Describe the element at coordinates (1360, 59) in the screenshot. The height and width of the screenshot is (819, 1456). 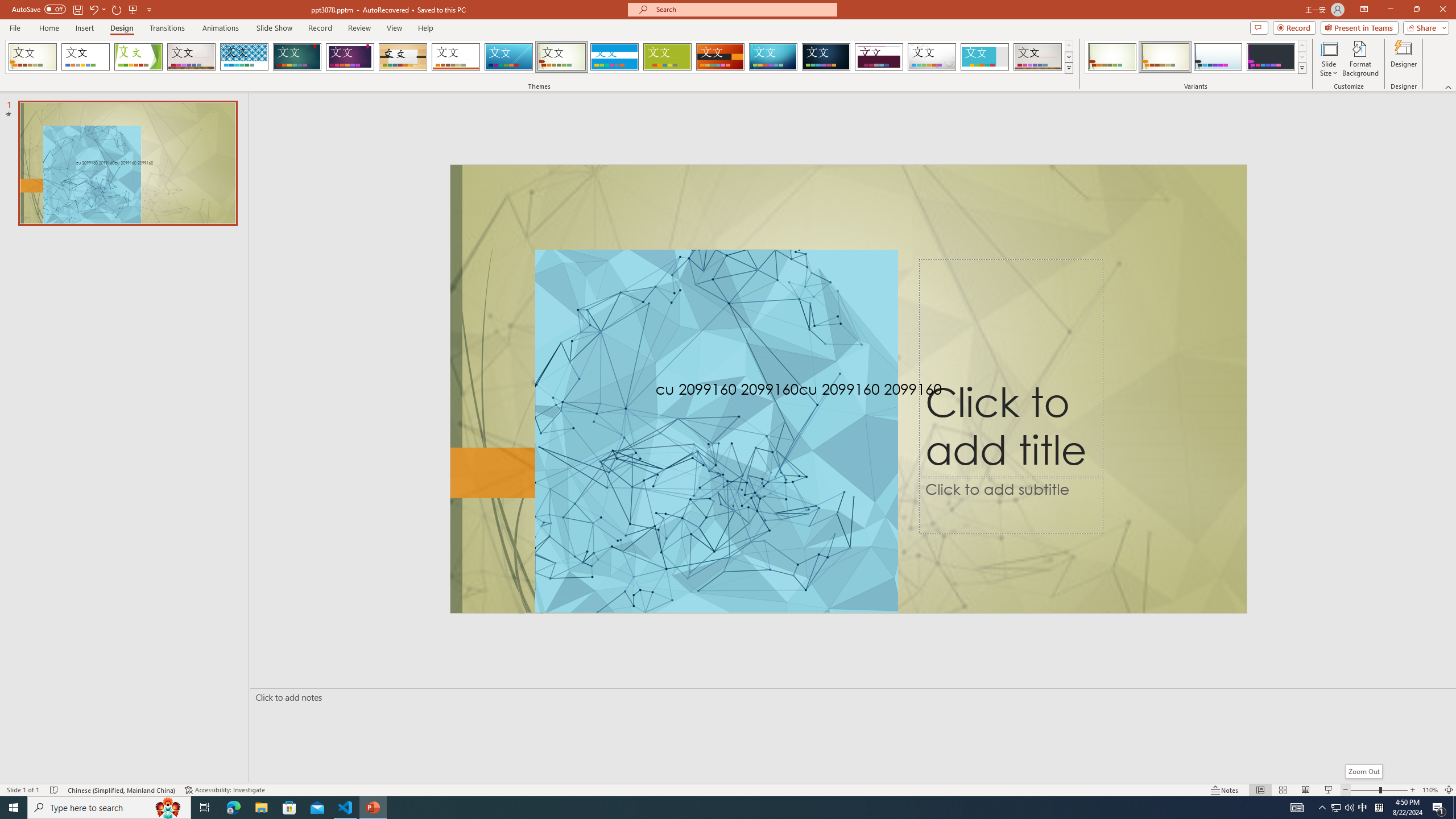
I see `'Format Background'` at that location.